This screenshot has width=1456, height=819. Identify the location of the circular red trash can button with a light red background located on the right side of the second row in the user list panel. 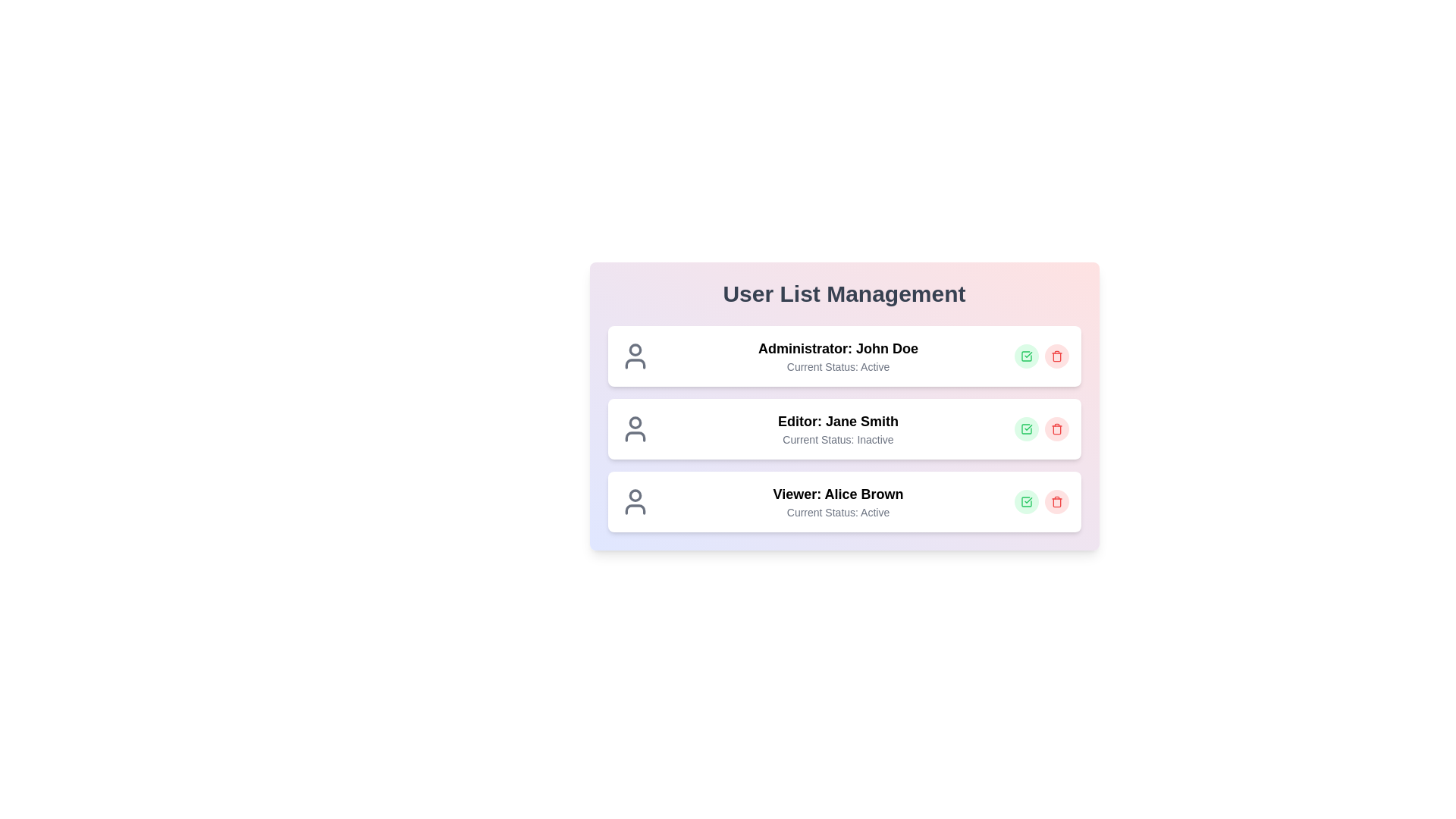
(1056, 429).